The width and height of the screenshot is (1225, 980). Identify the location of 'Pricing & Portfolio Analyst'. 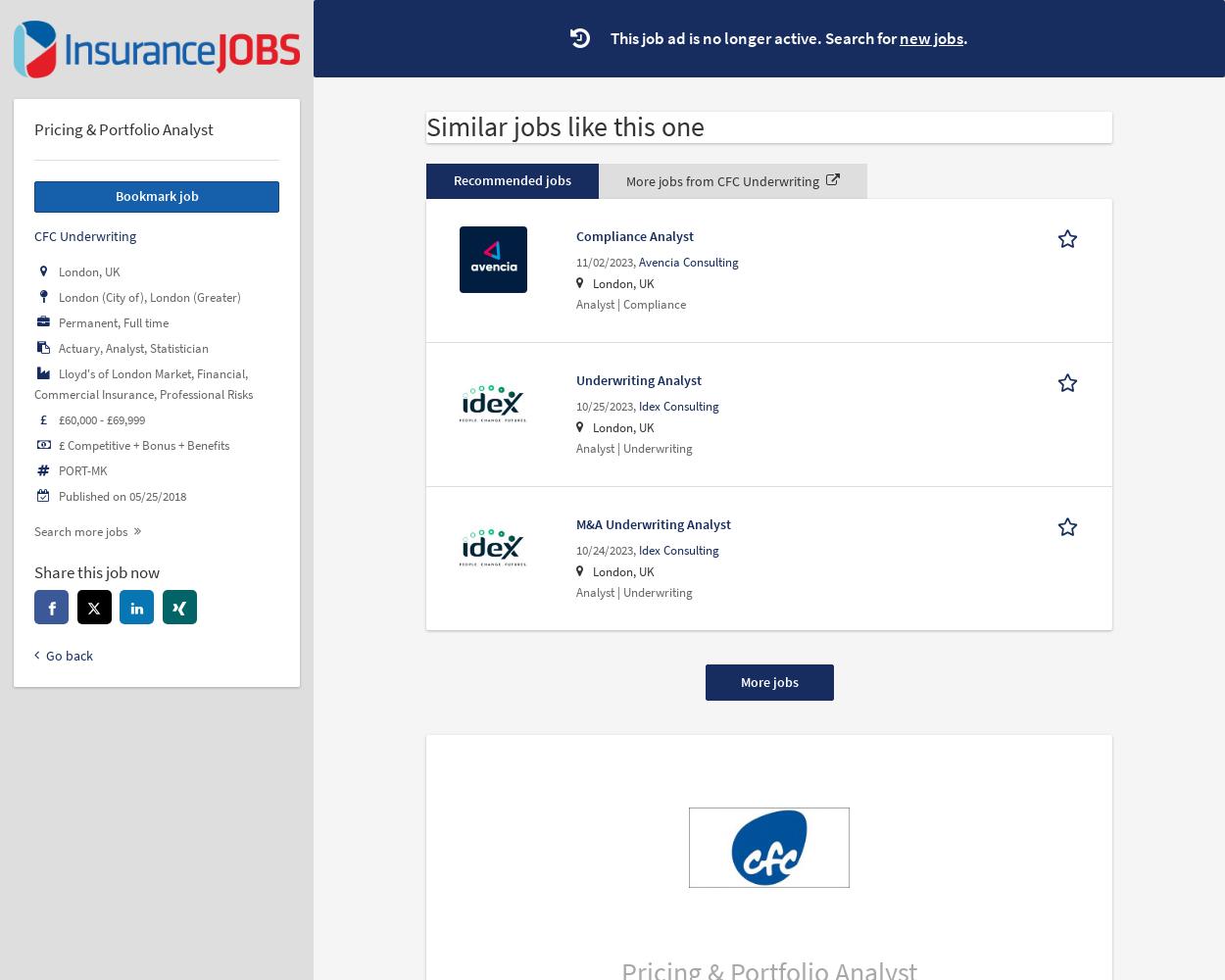
(123, 129).